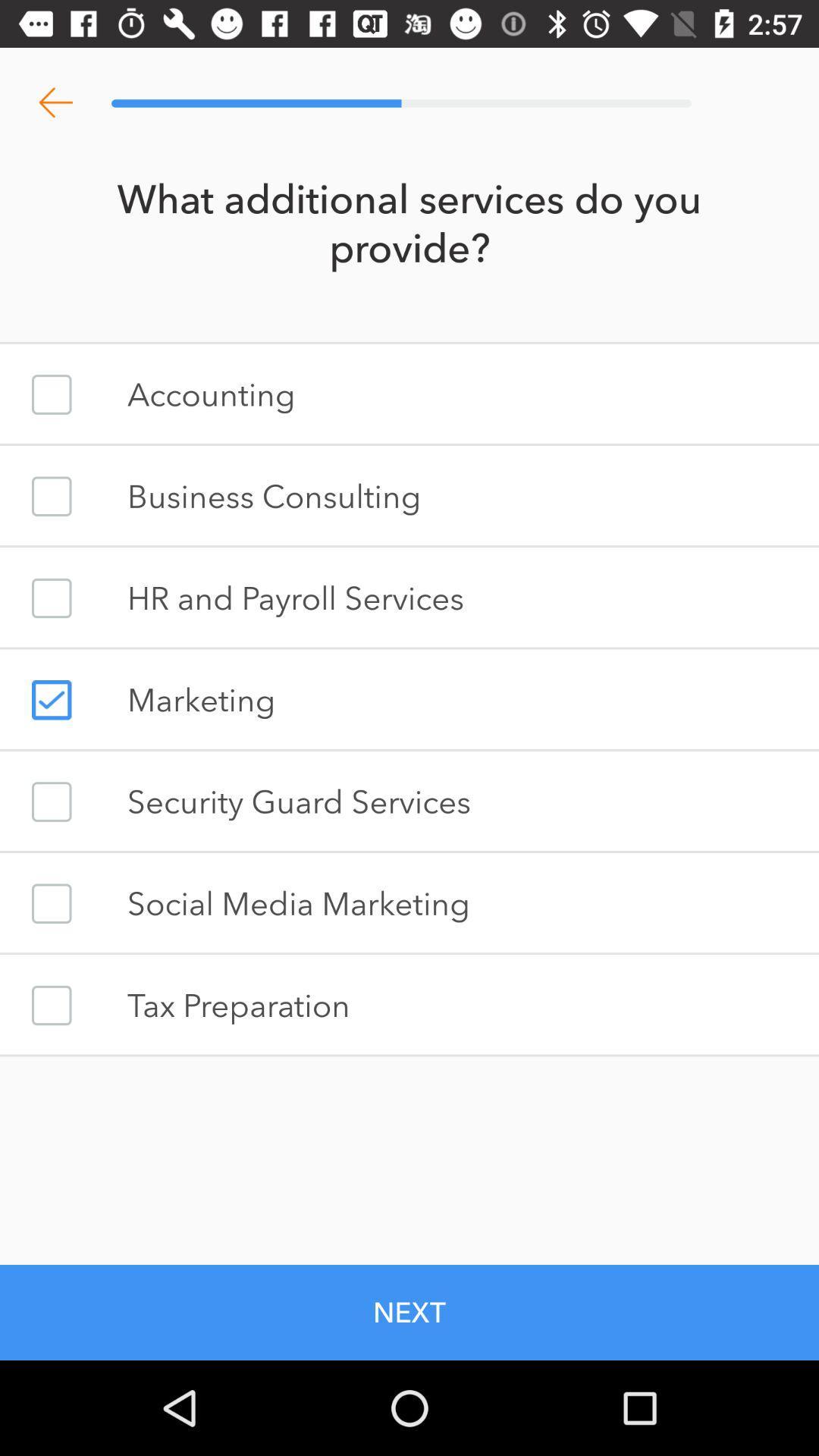 The height and width of the screenshot is (1456, 819). I want to click on the next item, so click(409, 1312).